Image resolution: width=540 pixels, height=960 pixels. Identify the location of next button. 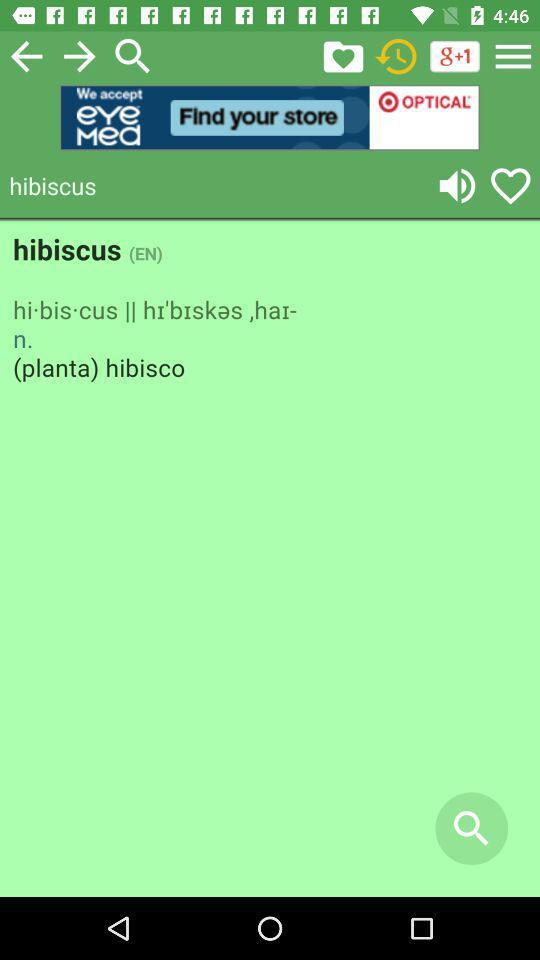
(78, 55).